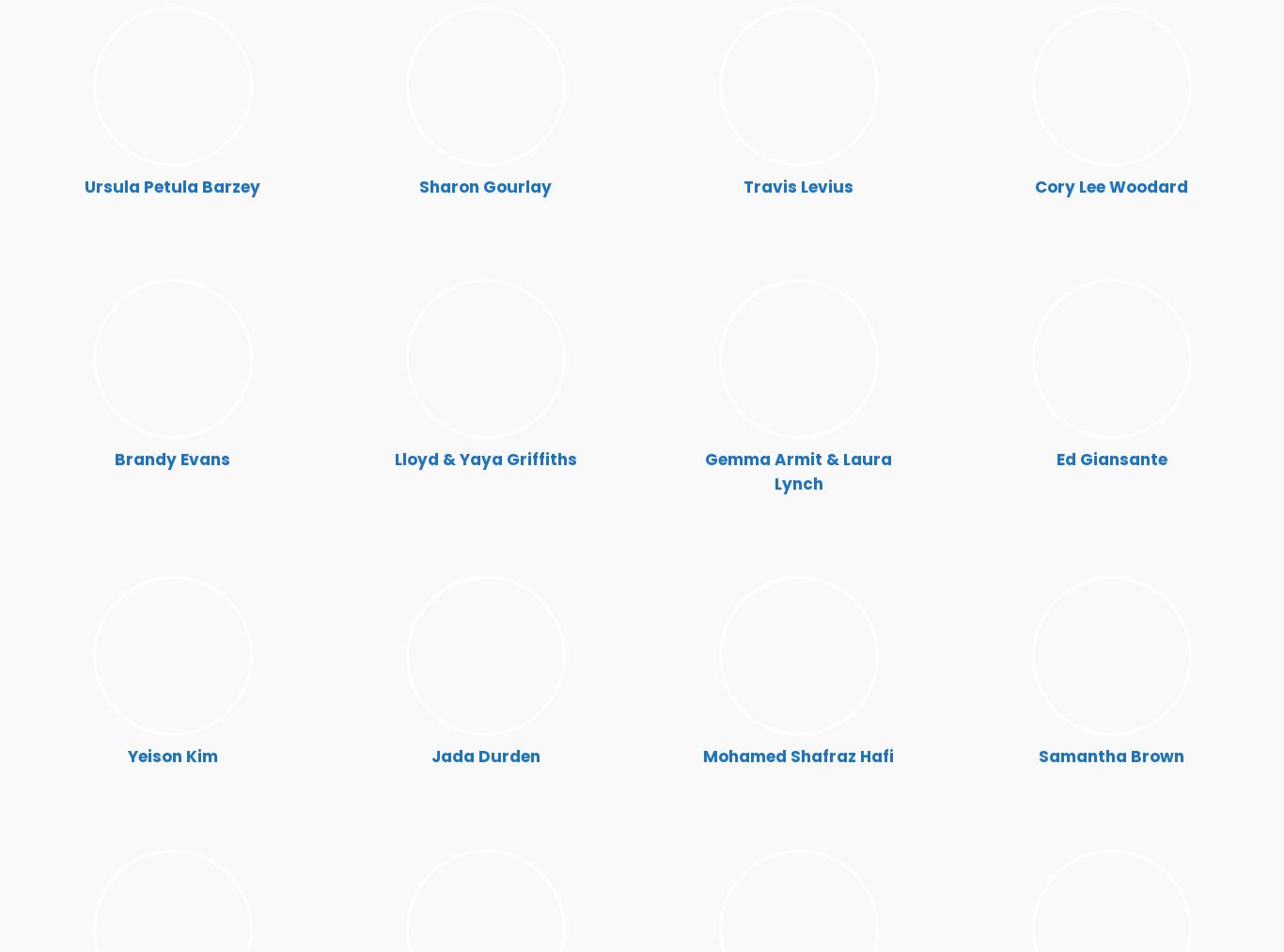  Describe the element at coordinates (1111, 186) in the screenshot. I see `'Cory Lee Woodard'` at that location.